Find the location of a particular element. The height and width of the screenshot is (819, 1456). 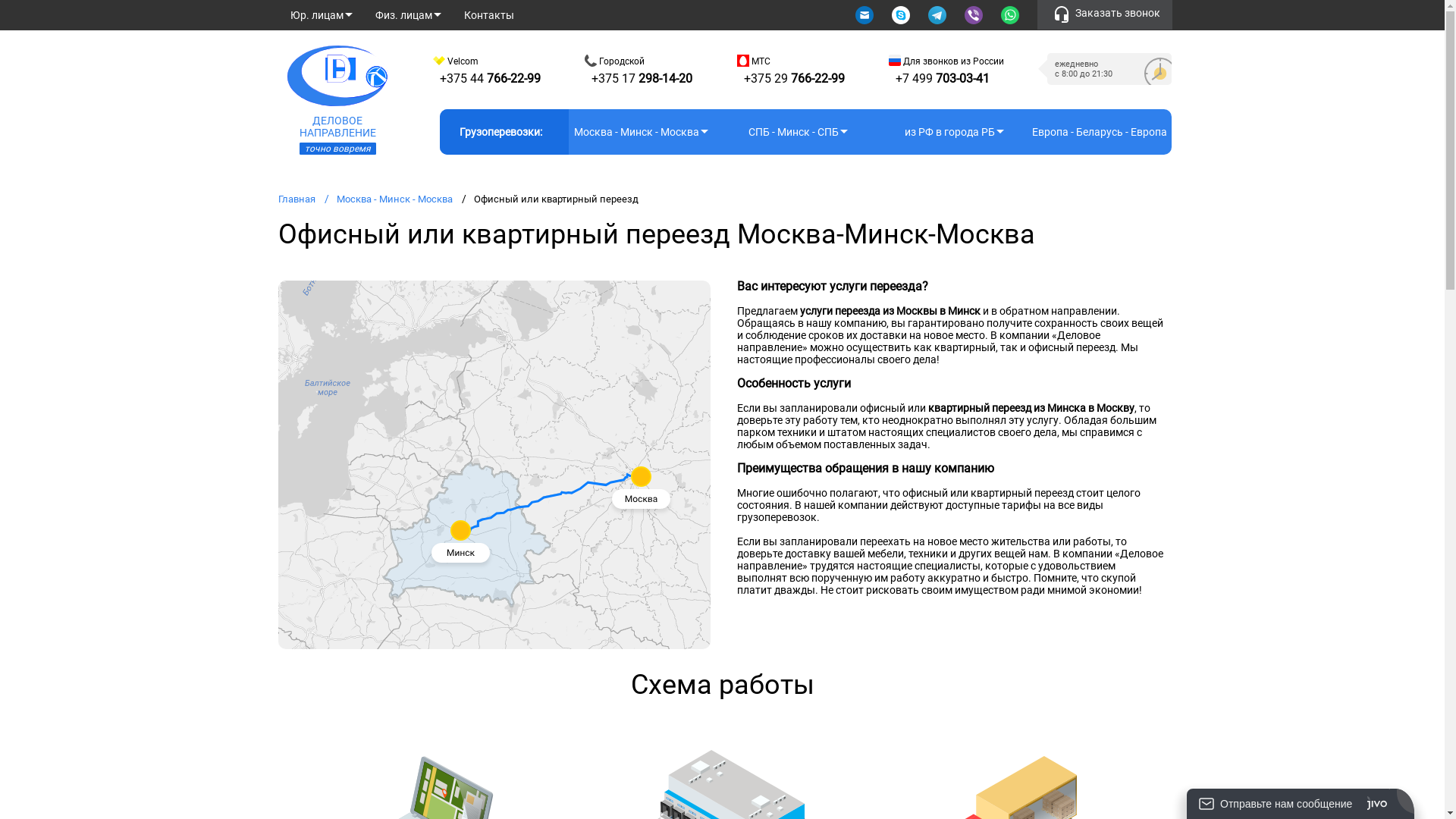

'Mail' is located at coordinates (865, 14).